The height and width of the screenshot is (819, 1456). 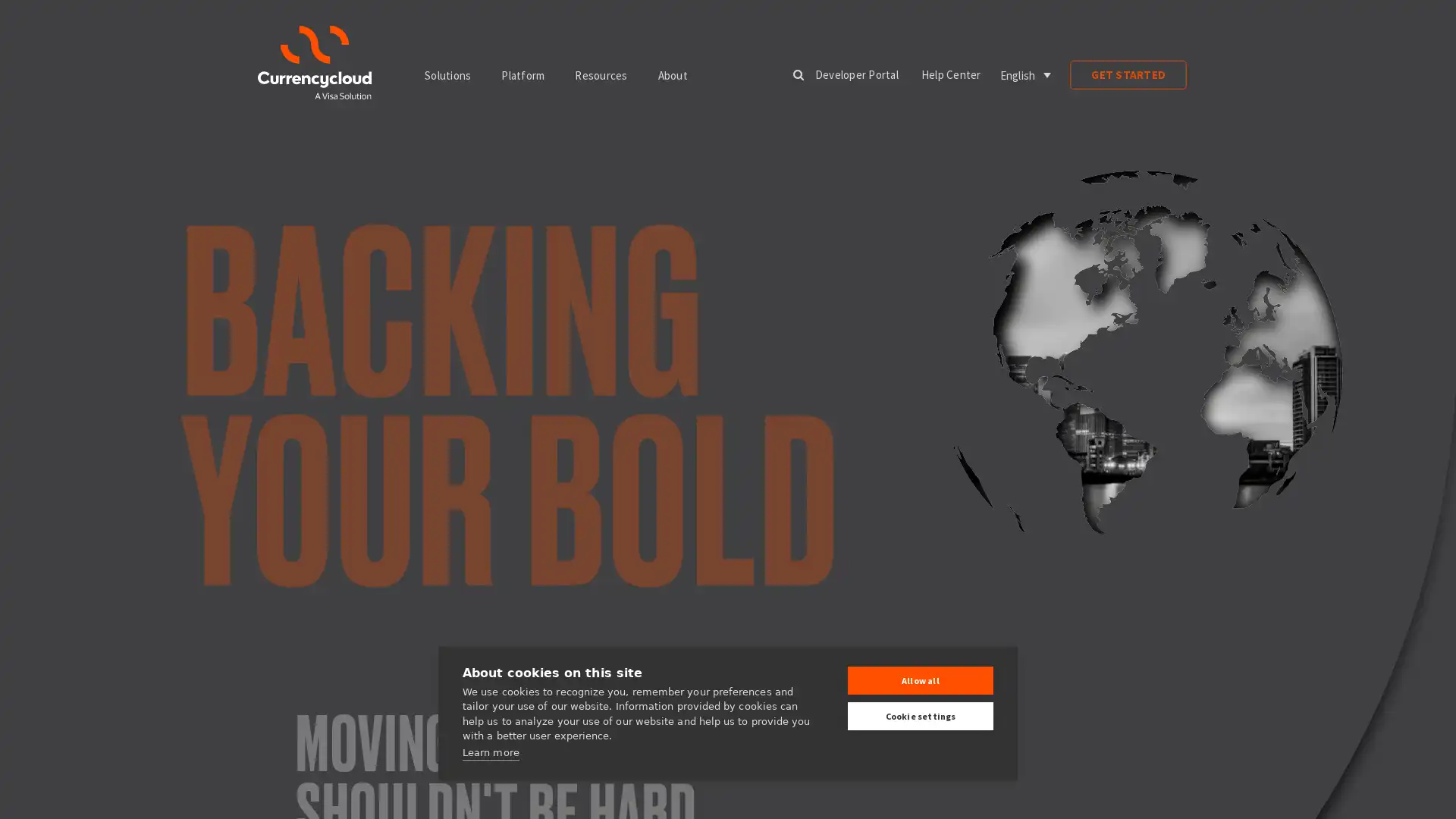 What do you see at coordinates (920, 716) in the screenshot?
I see `Cookie settings` at bounding box center [920, 716].